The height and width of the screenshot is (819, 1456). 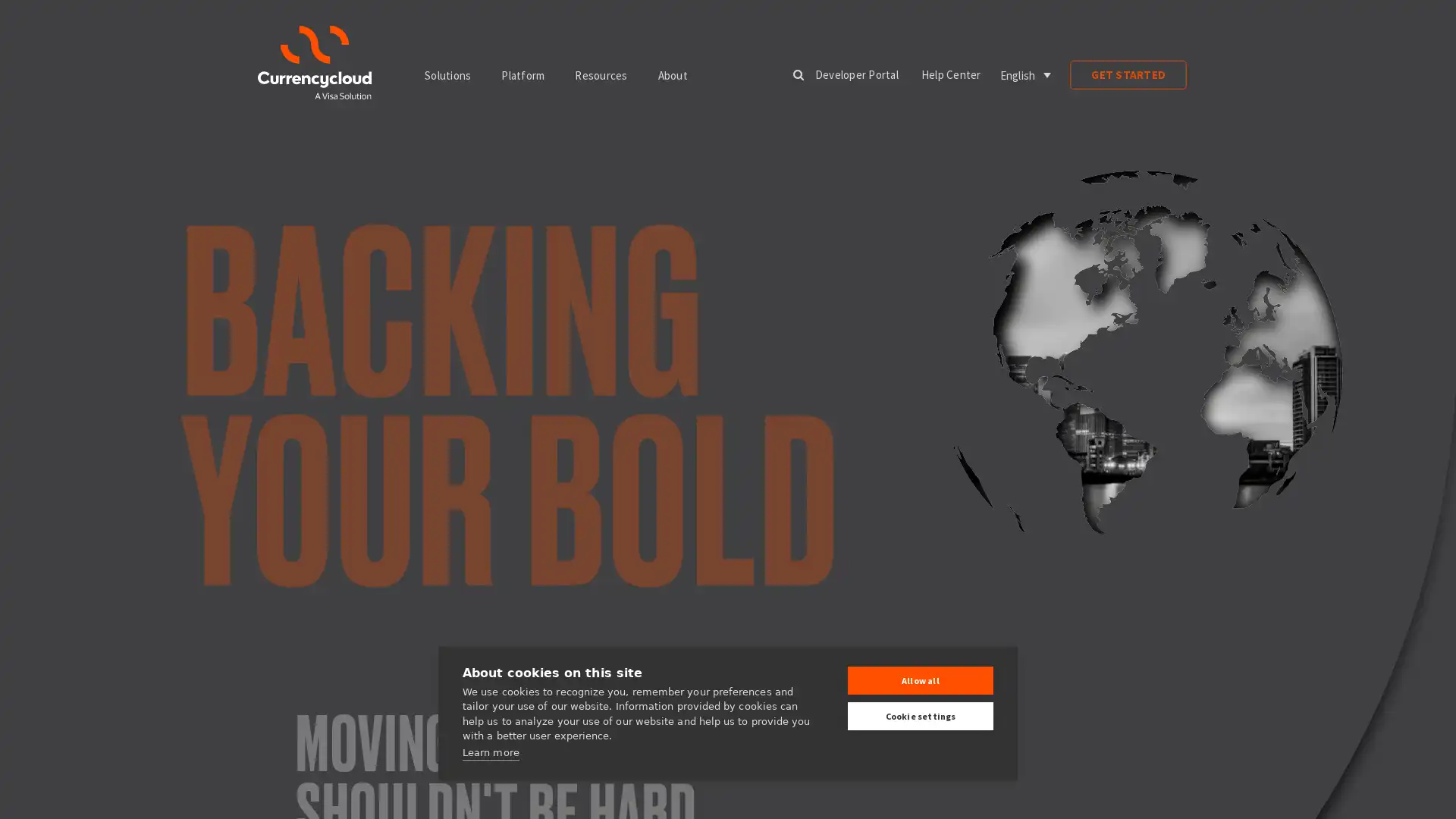 What do you see at coordinates (920, 716) in the screenshot?
I see `Cookie settings` at bounding box center [920, 716].